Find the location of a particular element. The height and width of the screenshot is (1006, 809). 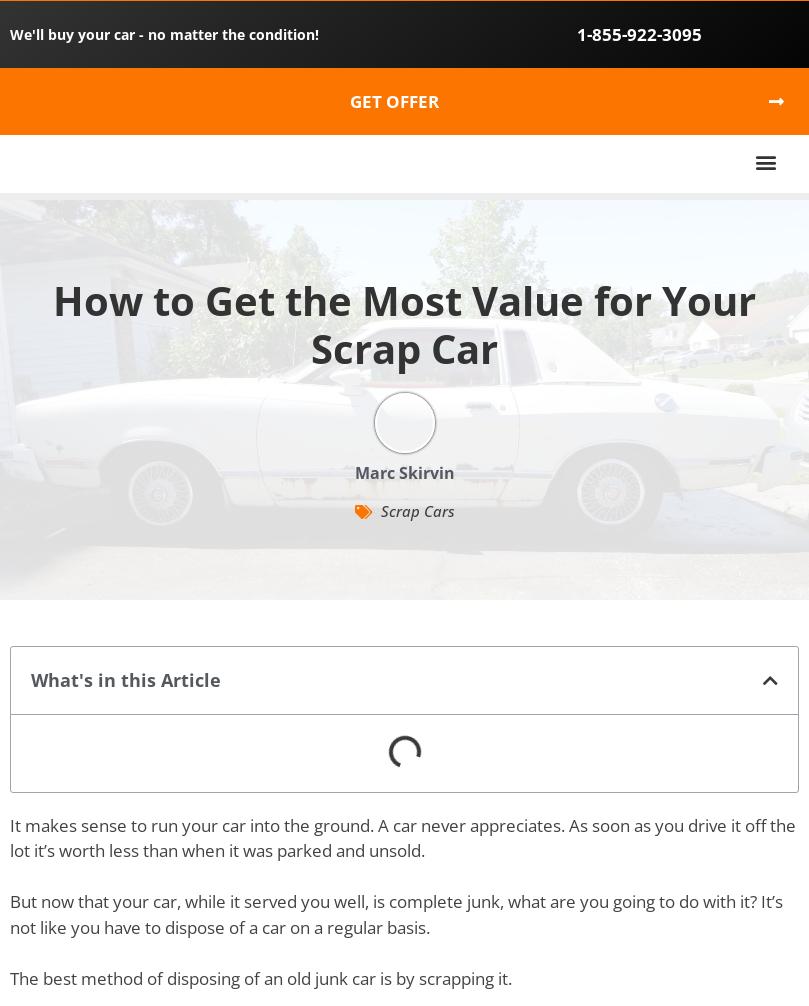

'But now that your car, while it served you well, is complete junk, what are you going to do with it? It’s not like you have to dispose of a car on a regular basis.' is located at coordinates (396, 912).